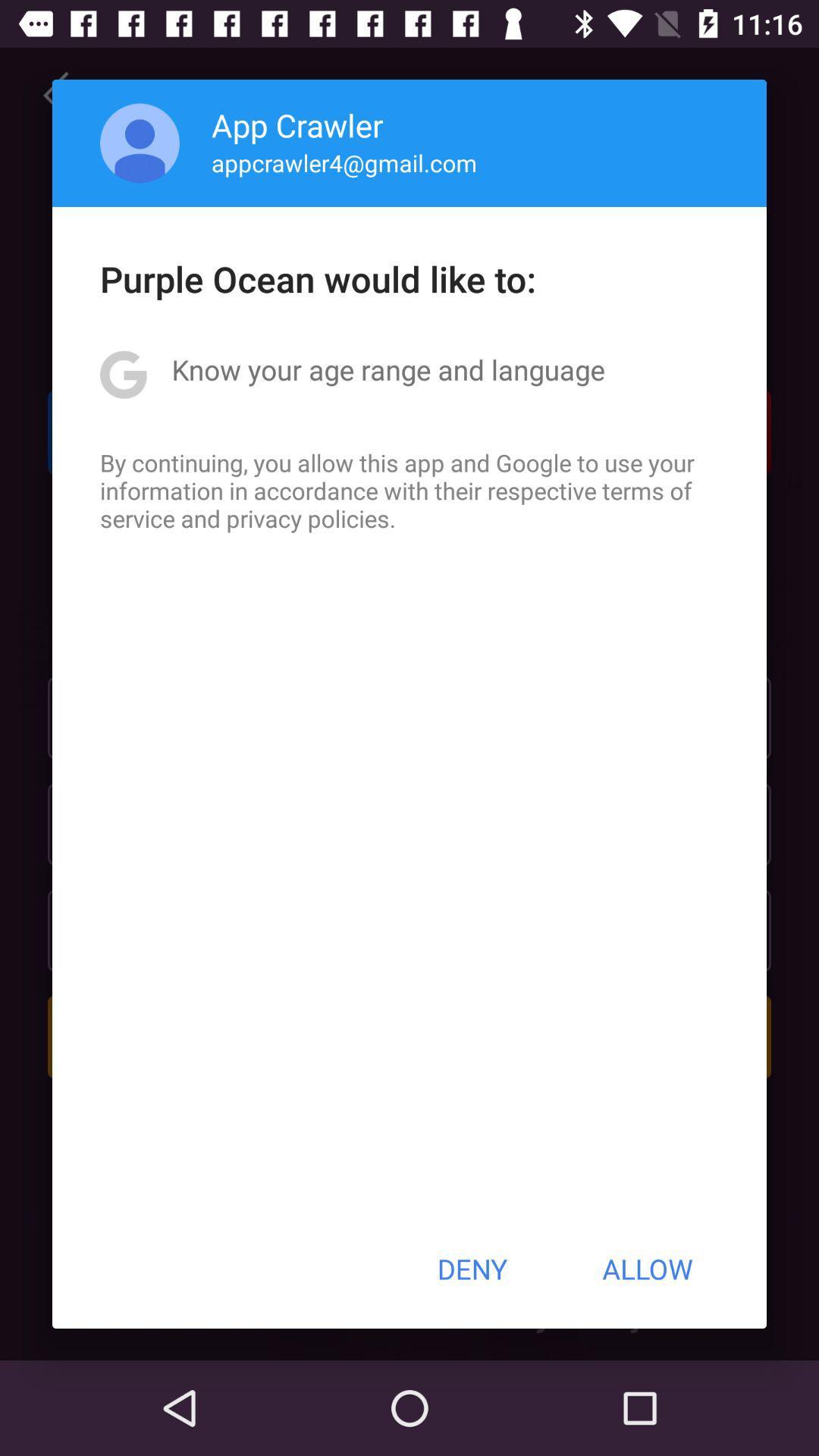 Image resolution: width=819 pixels, height=1456 pixels. I want to click on the item at the bottom, so click(471, 1269).